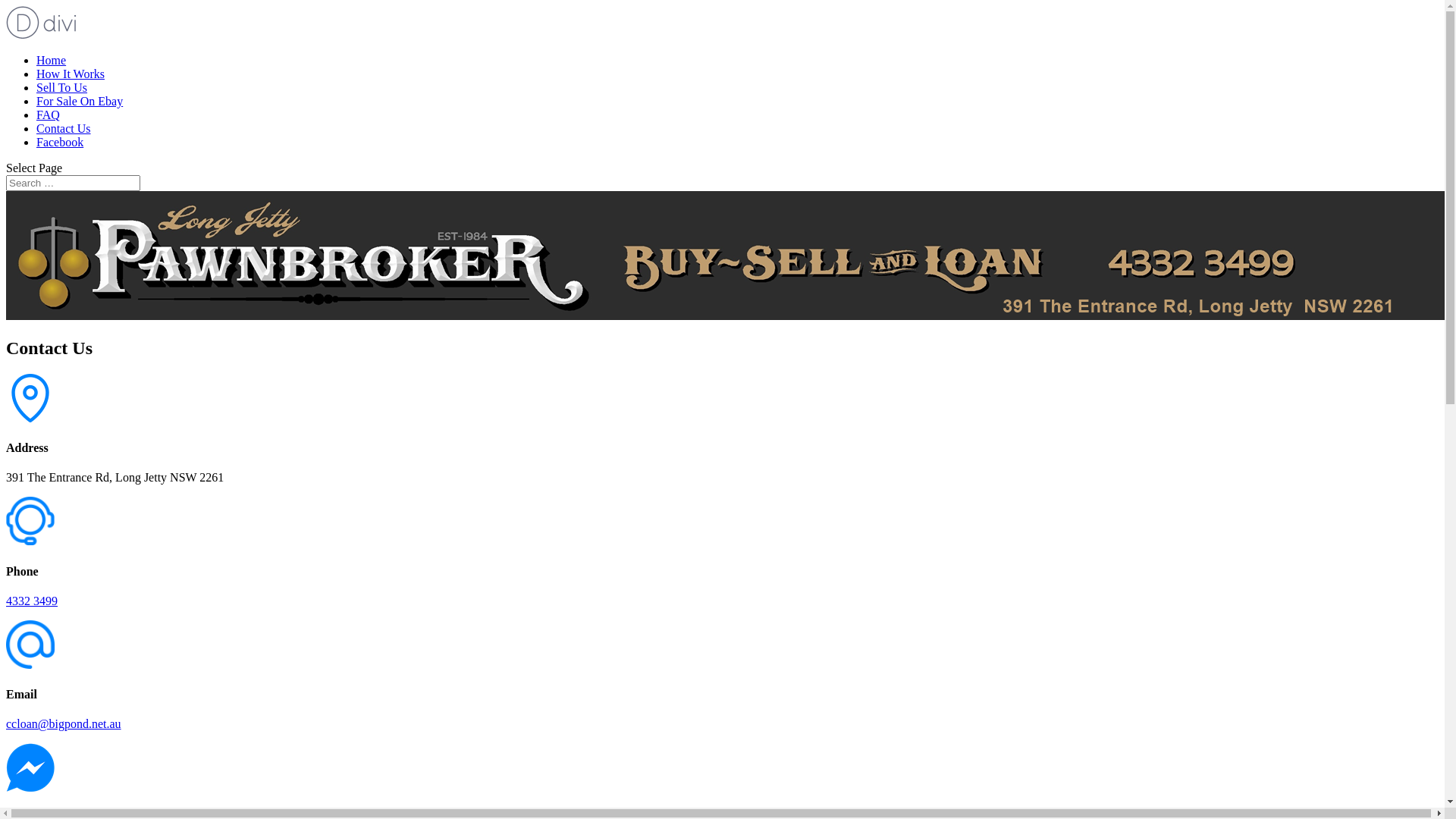  Describe the element at coordinates (72, 182) in the screenshot. I see `'Search for:'` at that location.